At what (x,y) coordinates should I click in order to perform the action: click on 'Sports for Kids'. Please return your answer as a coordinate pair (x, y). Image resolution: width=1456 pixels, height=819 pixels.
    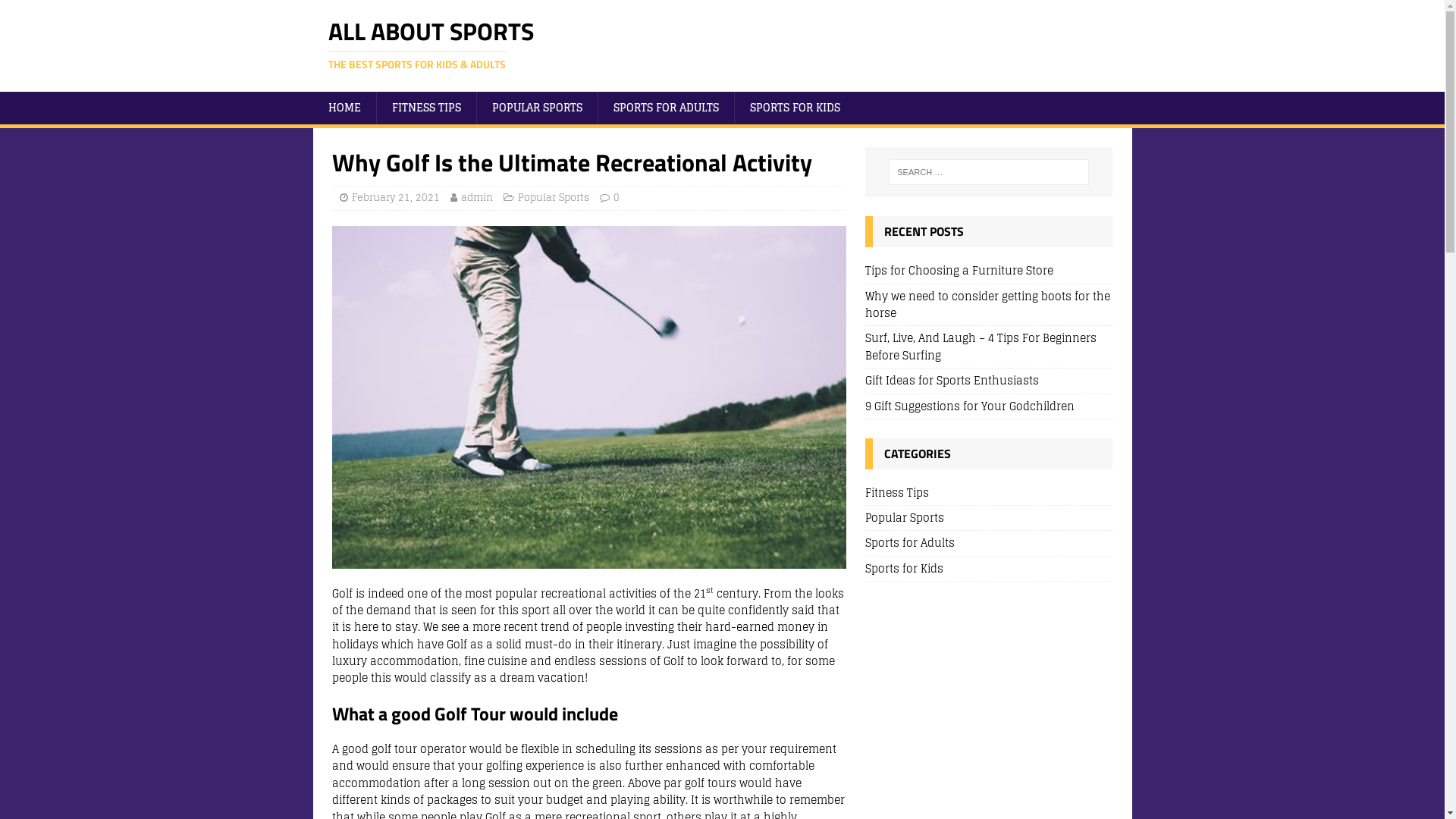
    Looking at the image, I should click on (989, 568).